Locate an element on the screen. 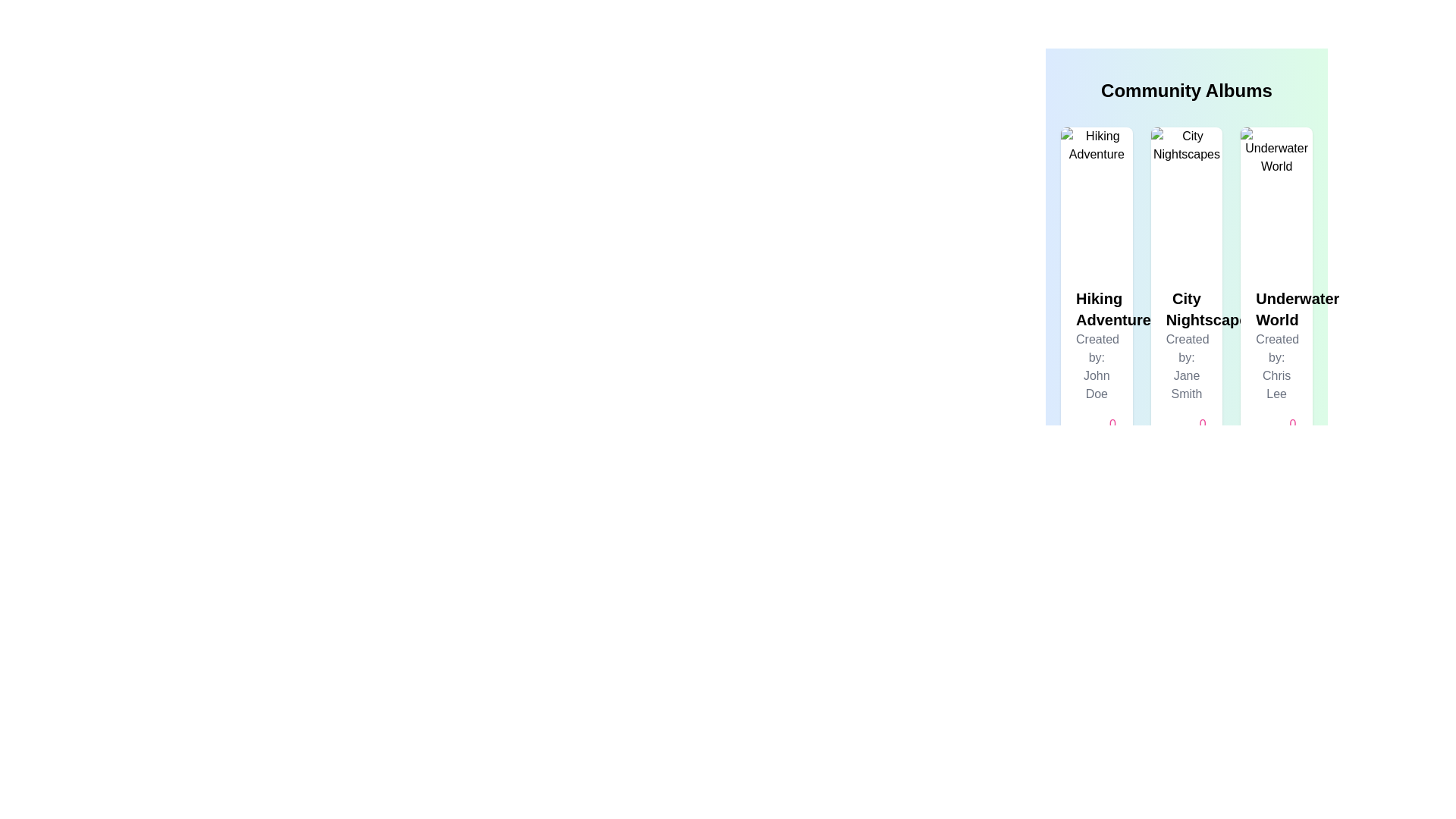 The height and width of the screenshot is (819, 1456). text displayed in the text block located centrally in the second column under the header 'Community Albums', positioned below an image and above likes and comments is located at coordinates (1185, 370).